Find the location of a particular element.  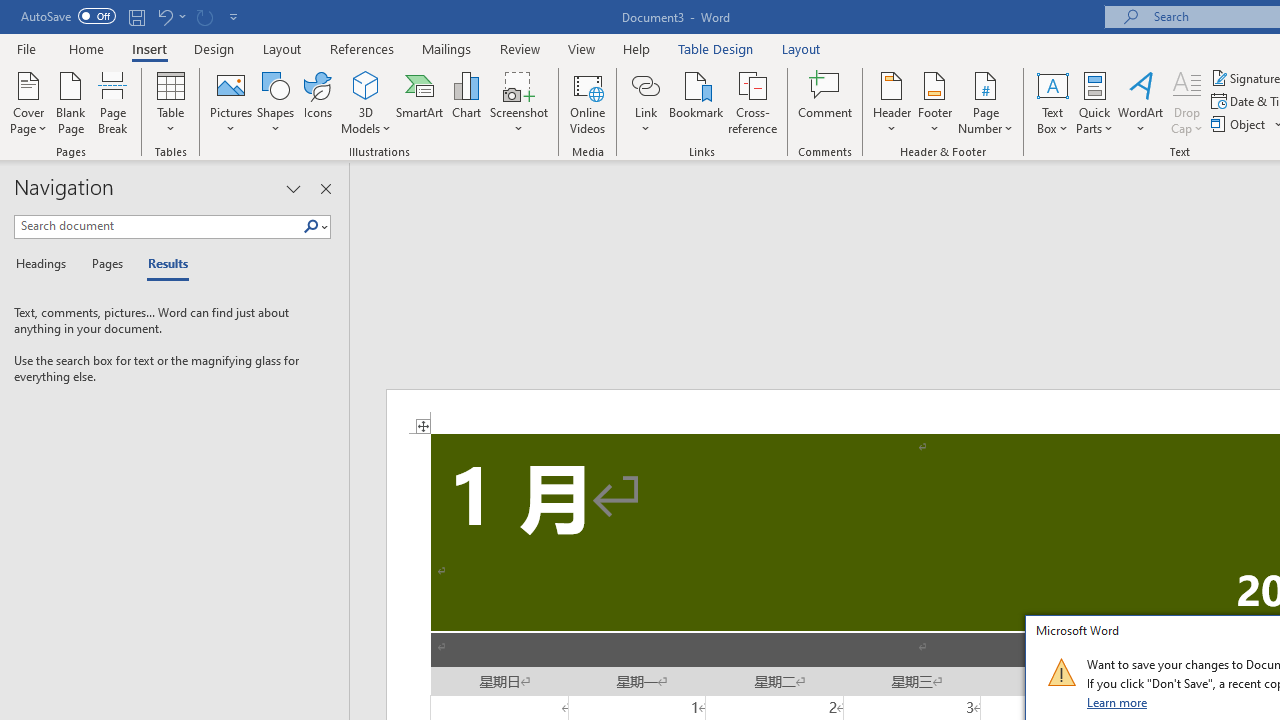

'Page Number' is located at coordinates (986, 103).